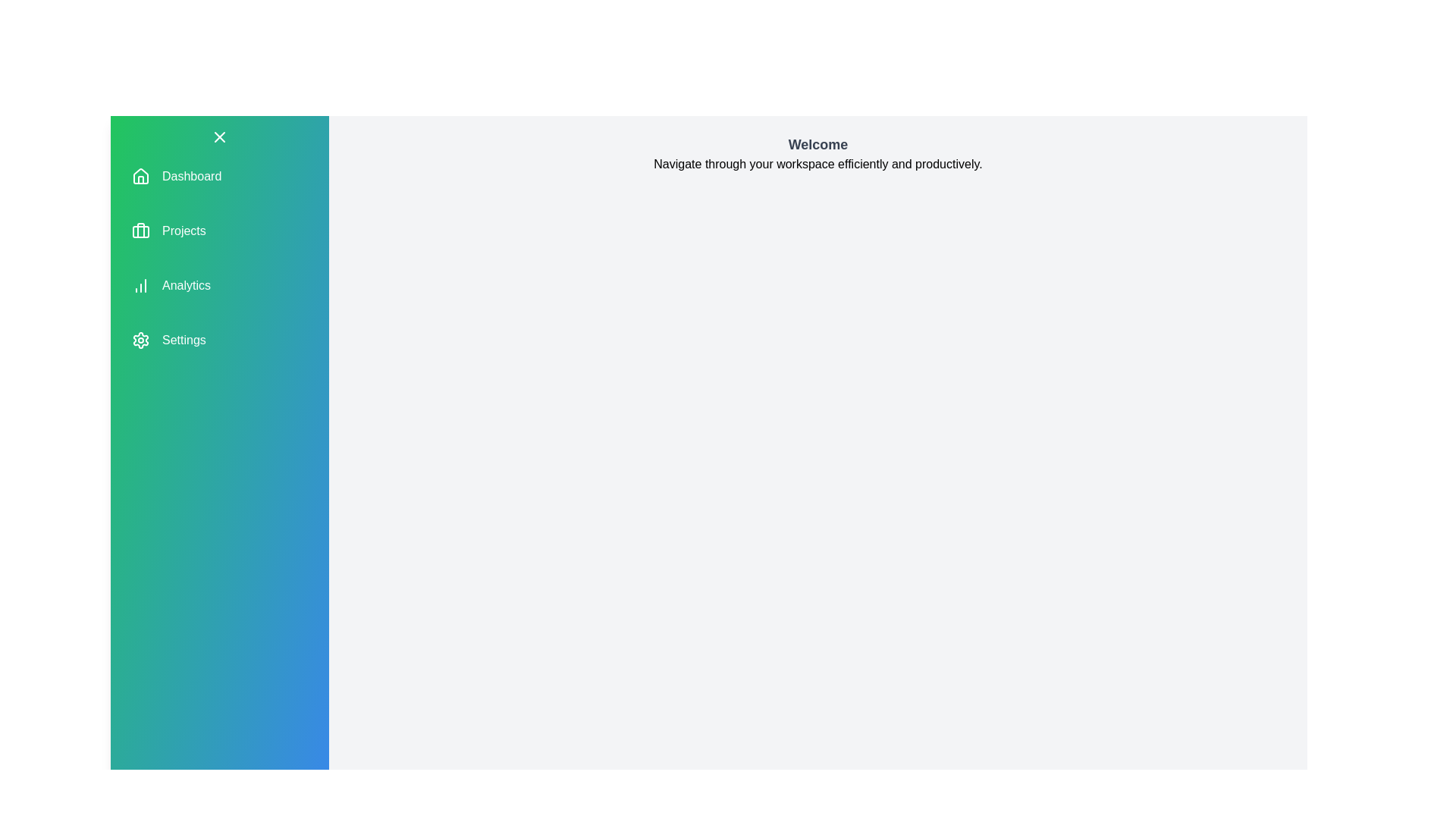 The height and width of the screenshot is (819, 1456). I want to click on the navigation item corresponding to Settings, so click(184, 339).